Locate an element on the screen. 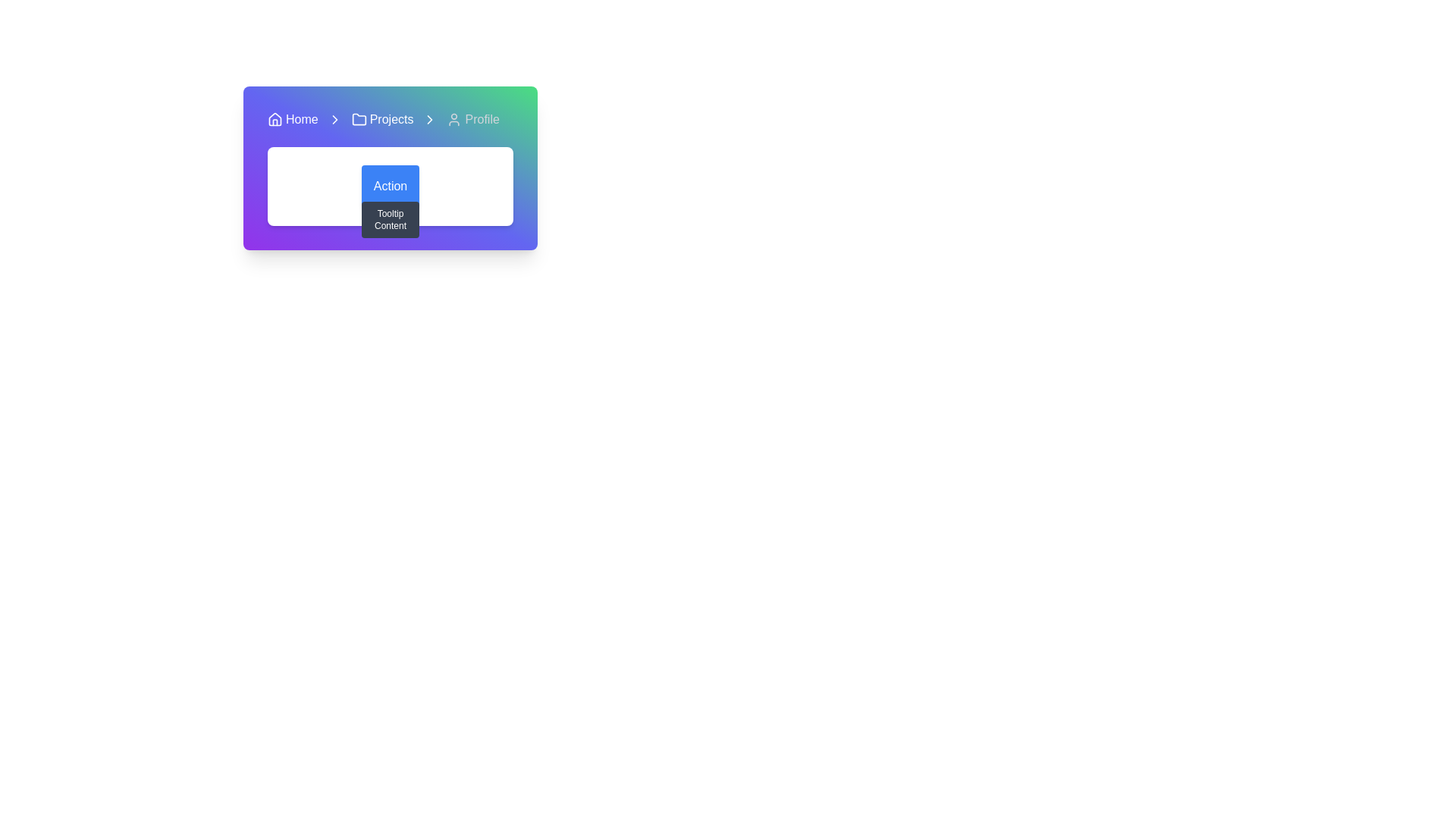 The image size is (1456, 819). the 'Projects' icon located in the navigation bar is located at coordinates (358, 118).